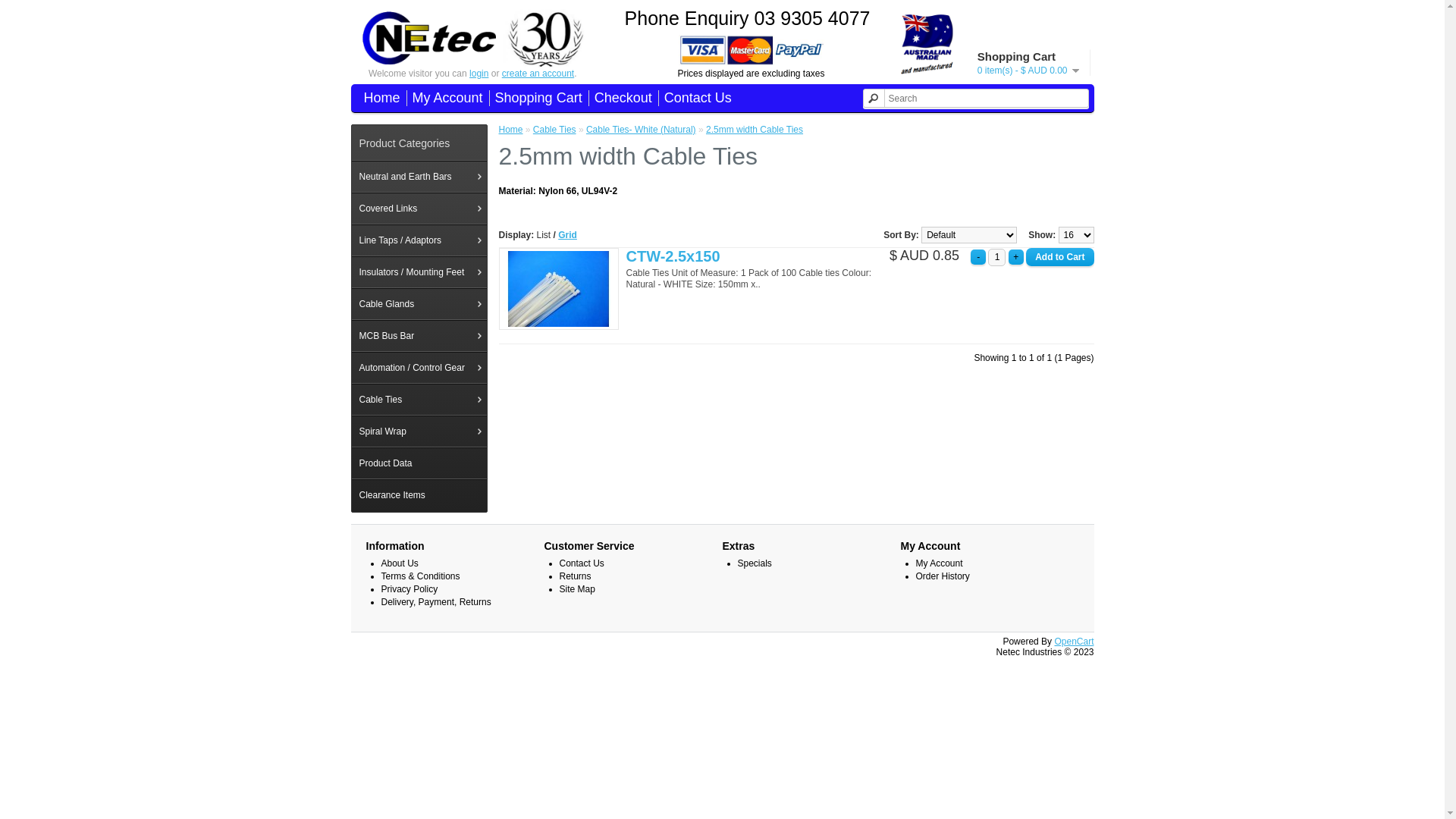 The width and height of the screenshot is (1456, 819). Describe the element at coordinates (419, 462) in the screenshot. I see `'Product Data'` at that location.